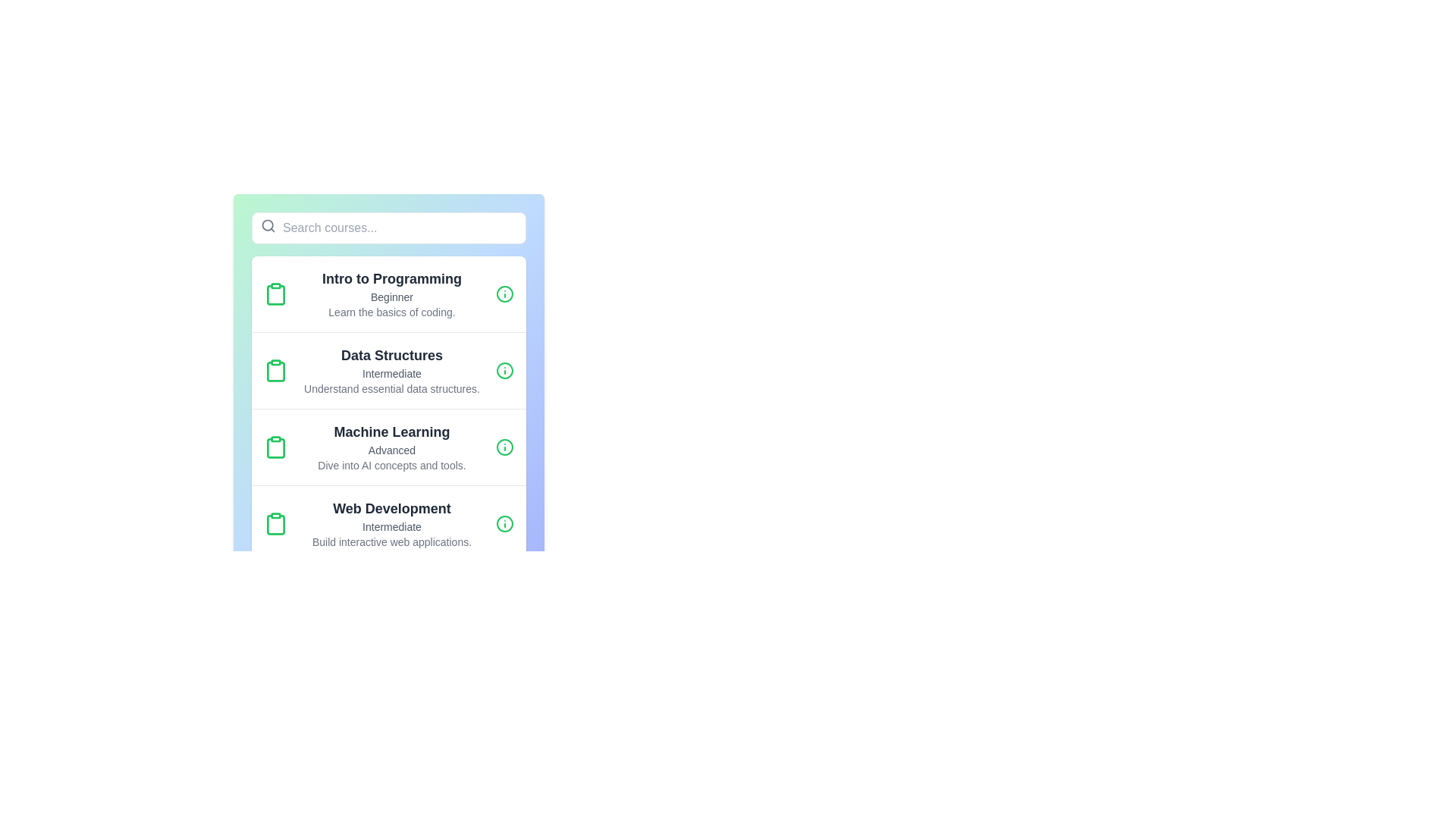 The height and width of the screenshot is (819, 1456). Describe the element at coordinates (505, 294) in the screenshot. I see `the clickable icon located to the immediate right of the 'Intro to Programming' text` at that location.